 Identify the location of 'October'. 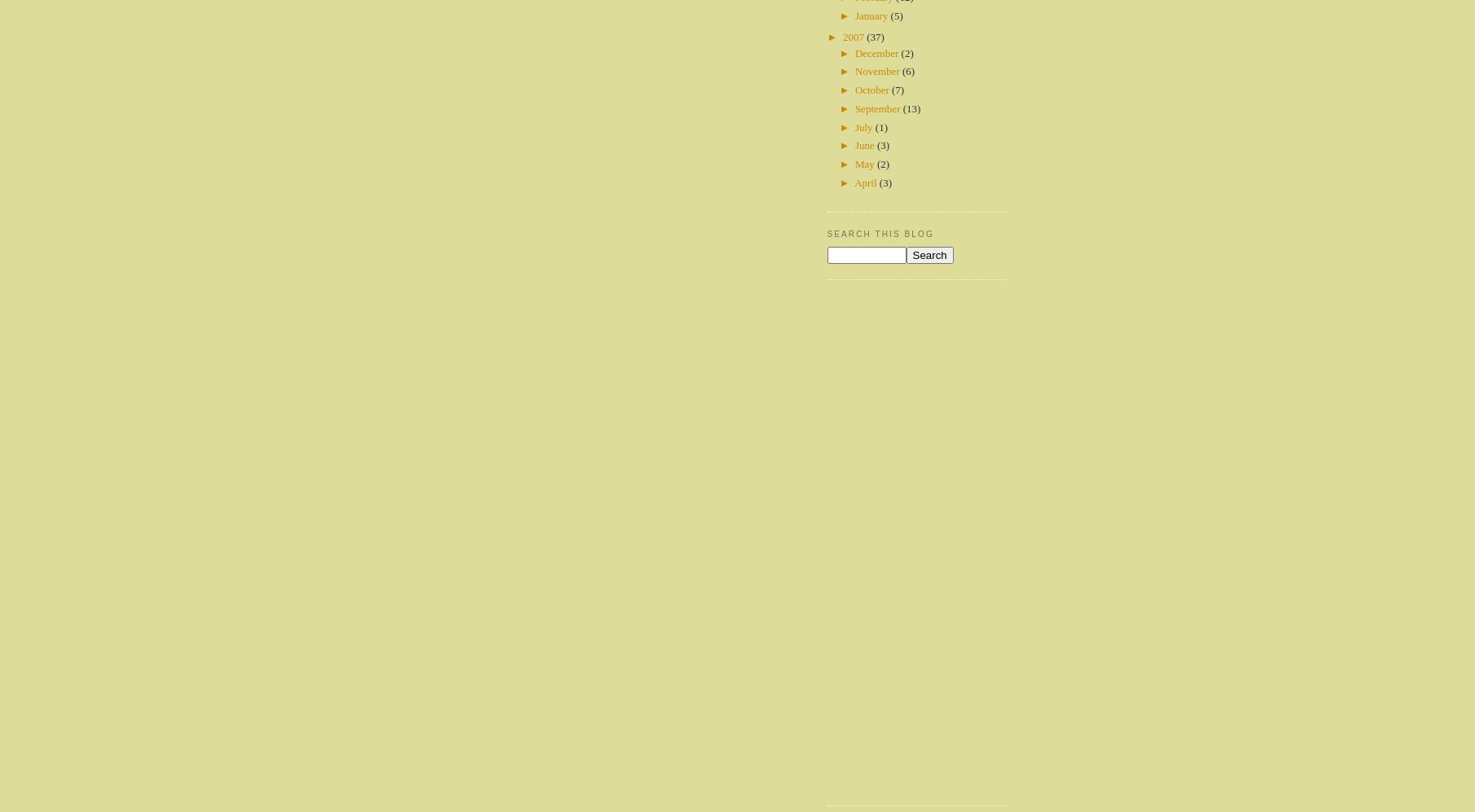
(872, 90).